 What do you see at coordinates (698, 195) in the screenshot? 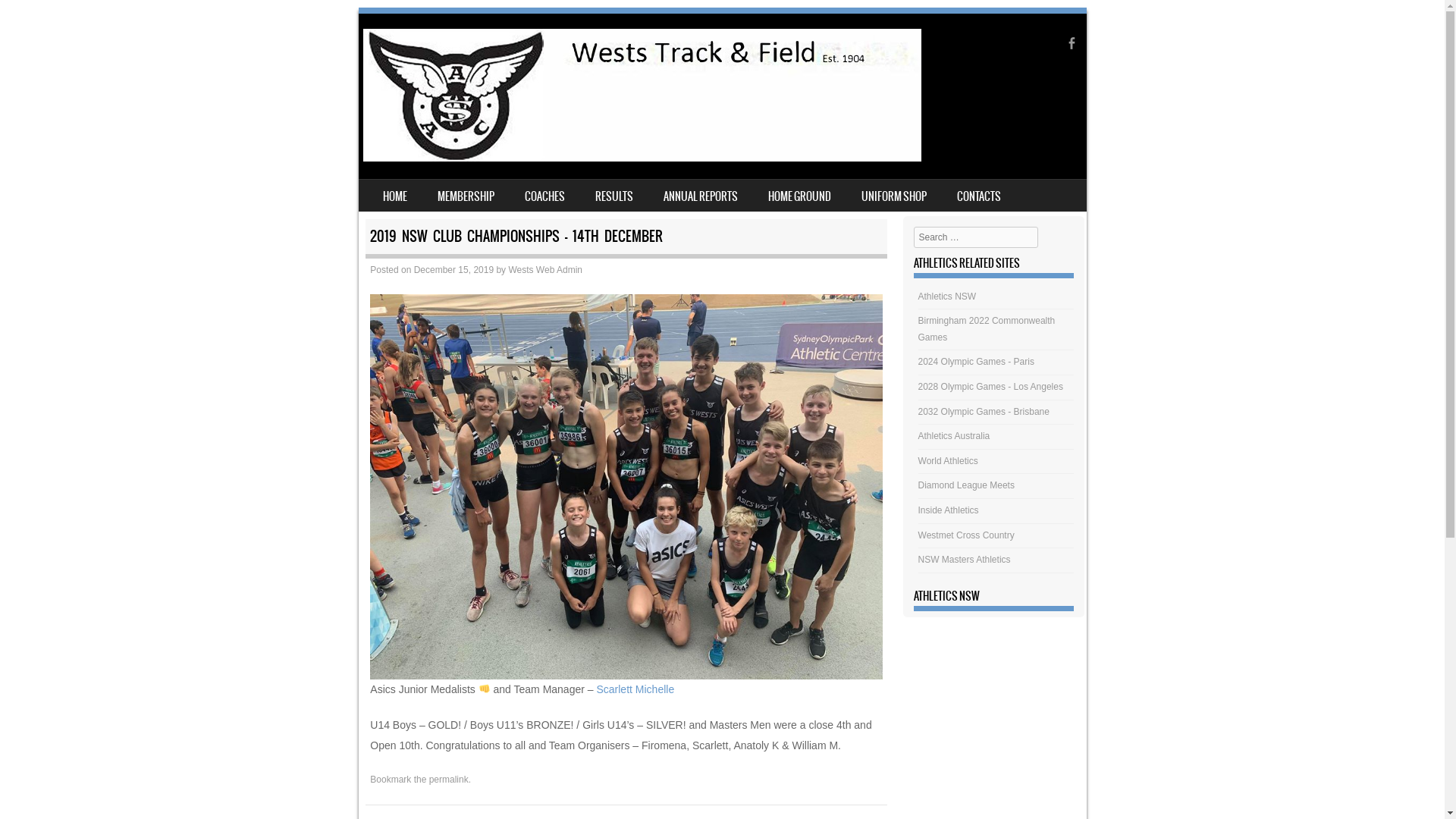
I see `'ANNUAL REPORTS'` at bounding box center [698, 195].